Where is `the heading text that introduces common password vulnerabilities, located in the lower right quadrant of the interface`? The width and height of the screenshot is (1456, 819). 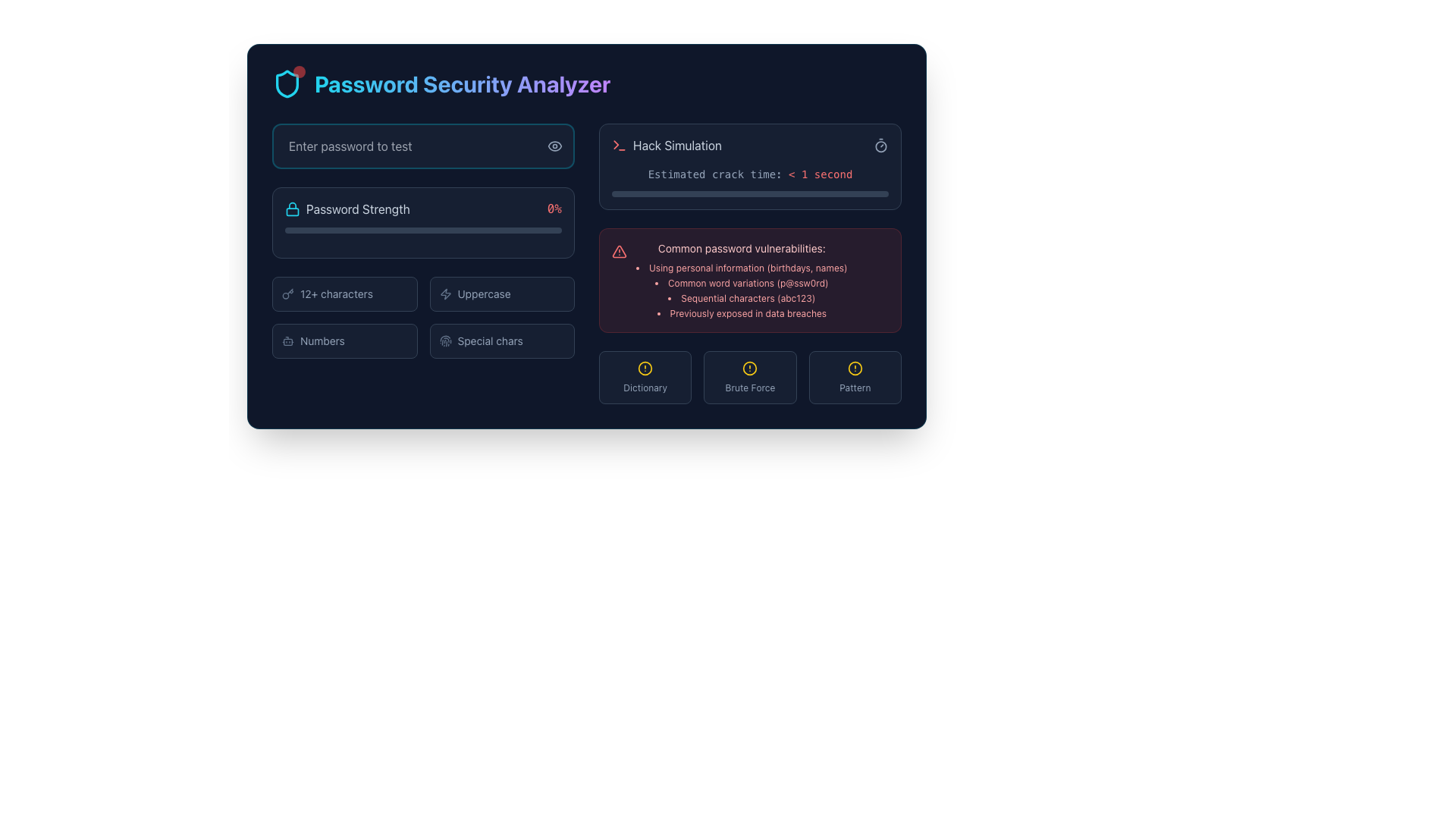 the heading text that introduces common password vulnerabilities, located in the lower right quadrant of the interface is located at coordinates (742, 247).